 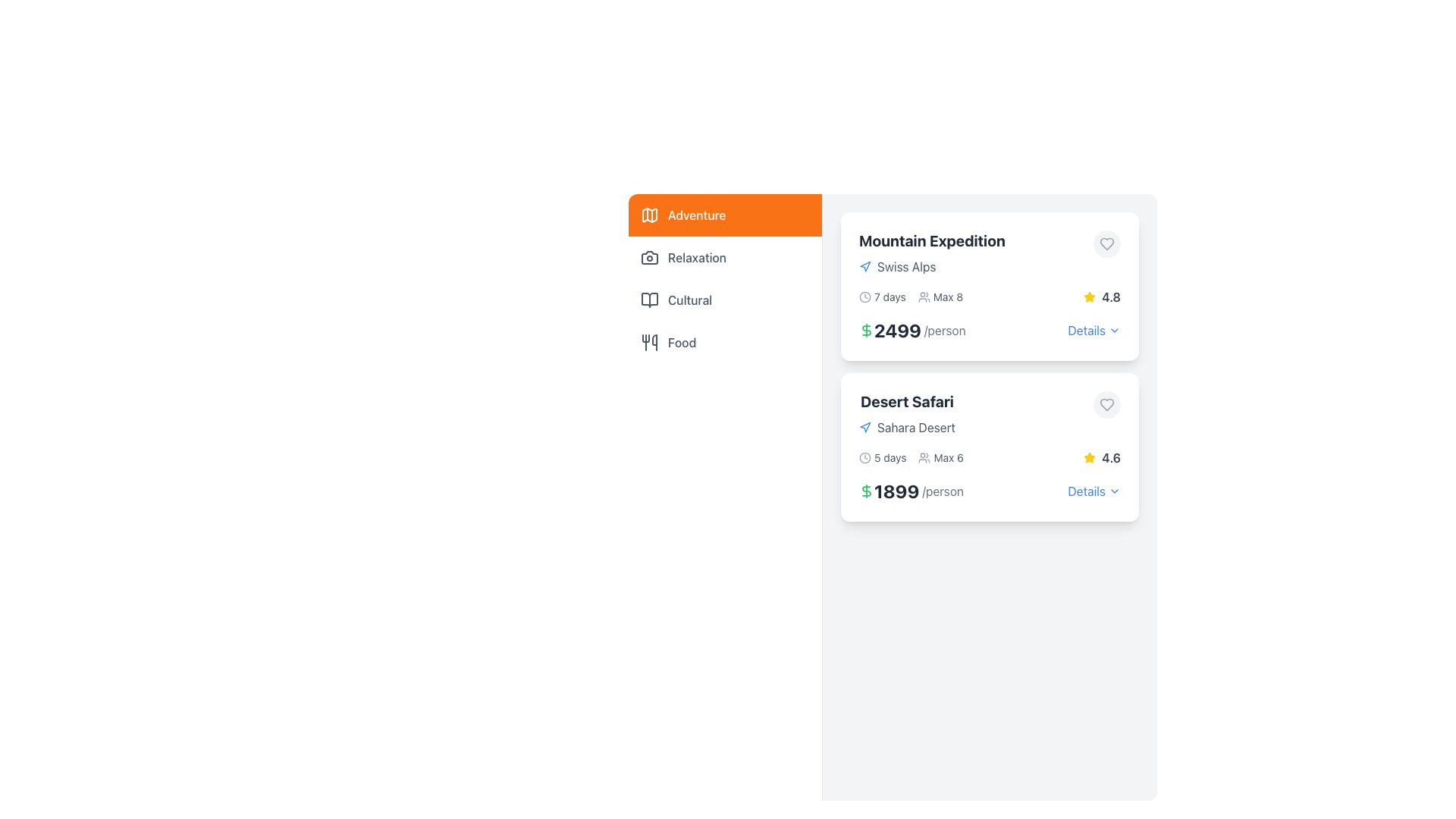 What do you see at coordinates (650, 256) in the screenshot?
I see `the 'Relaxation' icon in the sidebar, which is the left-most icon representing the 'Relaxation' category, located between the 'Adventure' and 'Cultural' sections` at bounding box center [650, 256].